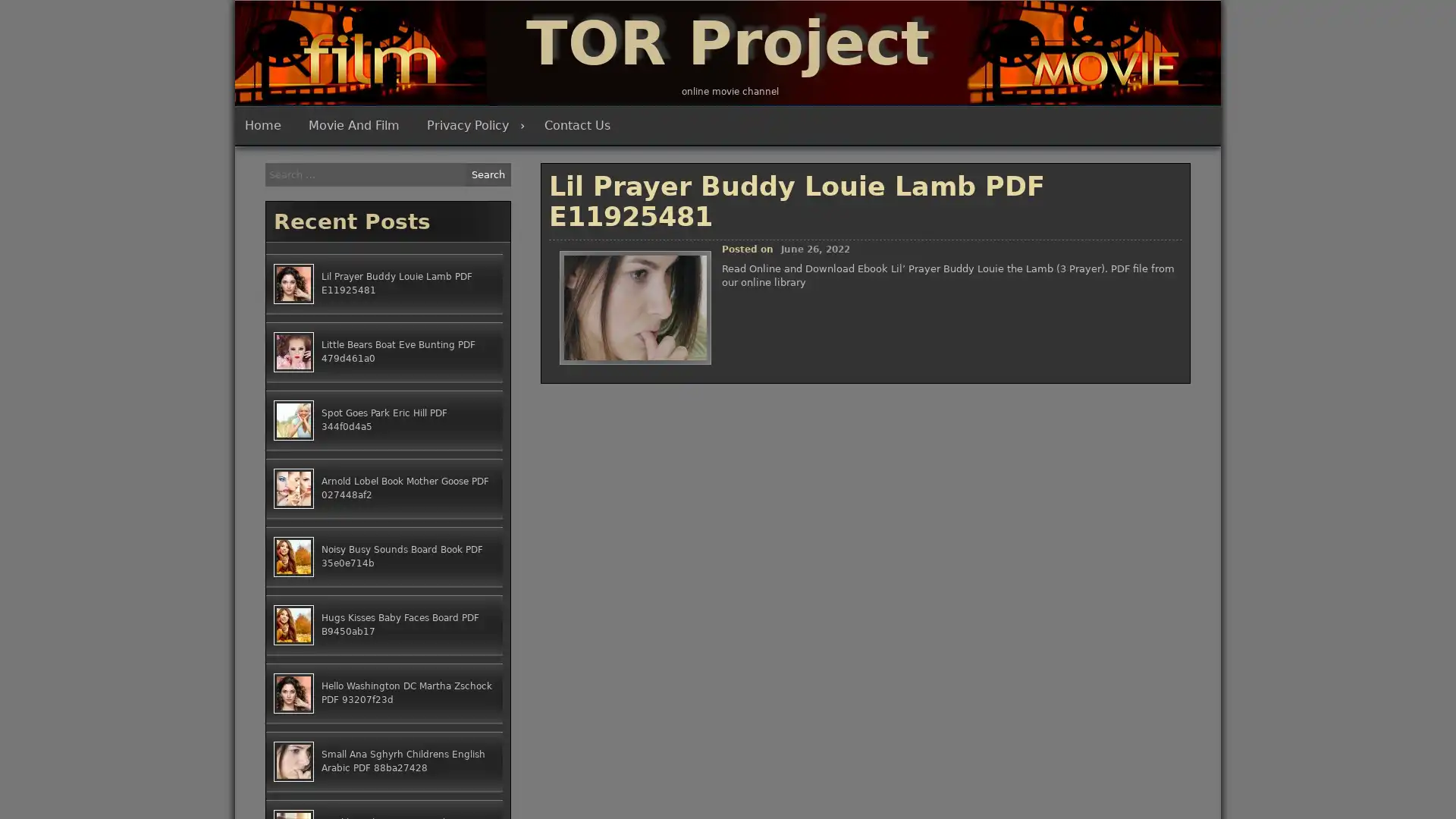  Describe the element at coordinates (488, 174) in the screenshot. I see `Search` at that location.